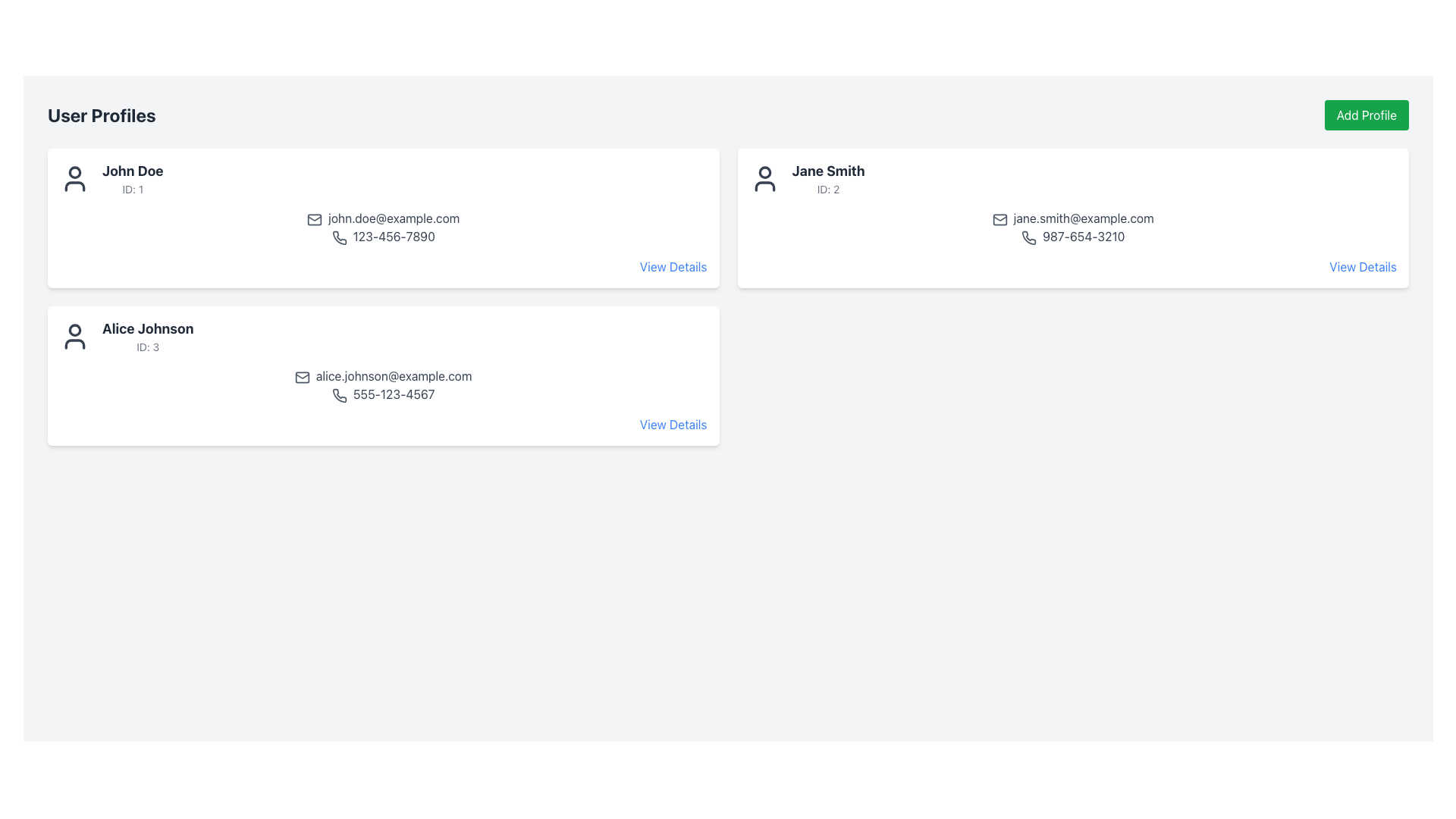 This screenshot has width=1456, height=819. I want to click on the static text element reading 'ID: 2' located beneath the name 'Jane Smith' in the user profile card, so click(827, 189).